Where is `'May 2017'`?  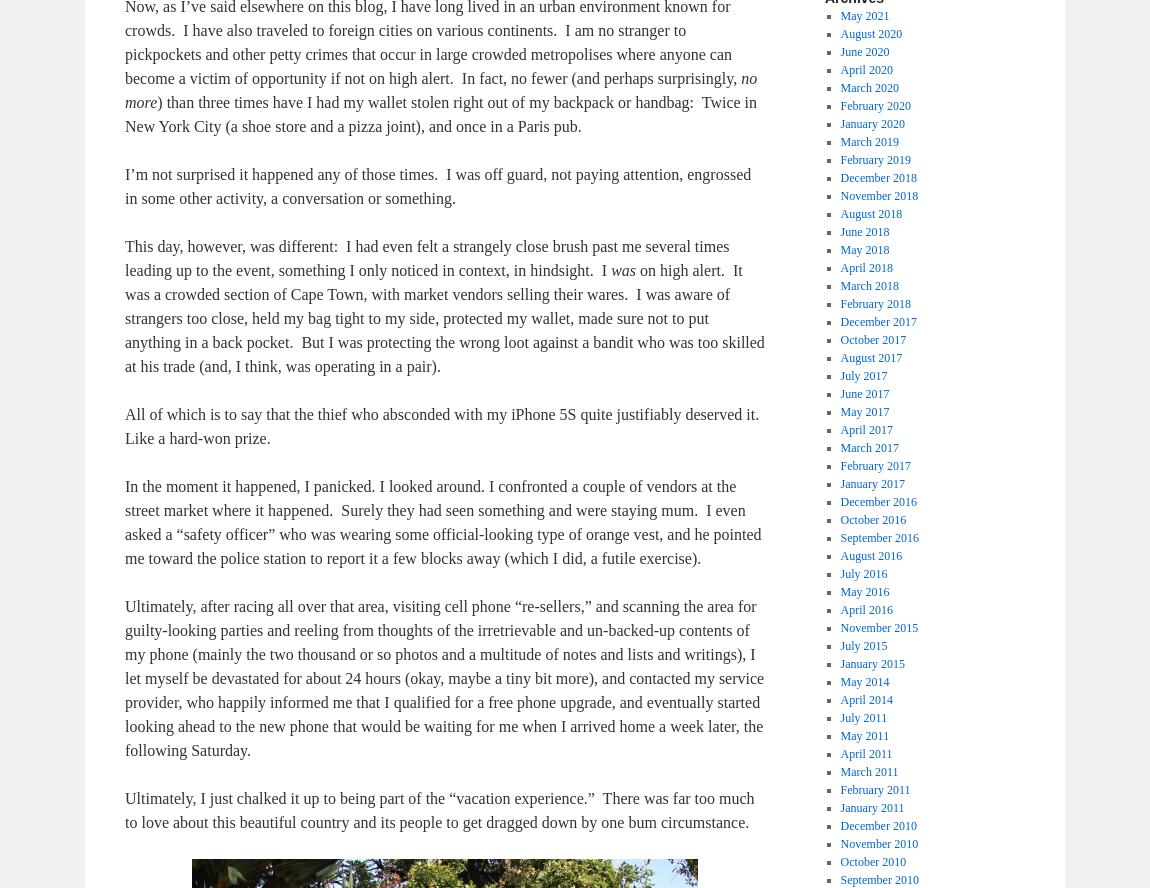 'May 2017' is located at coordinates (864, 411).